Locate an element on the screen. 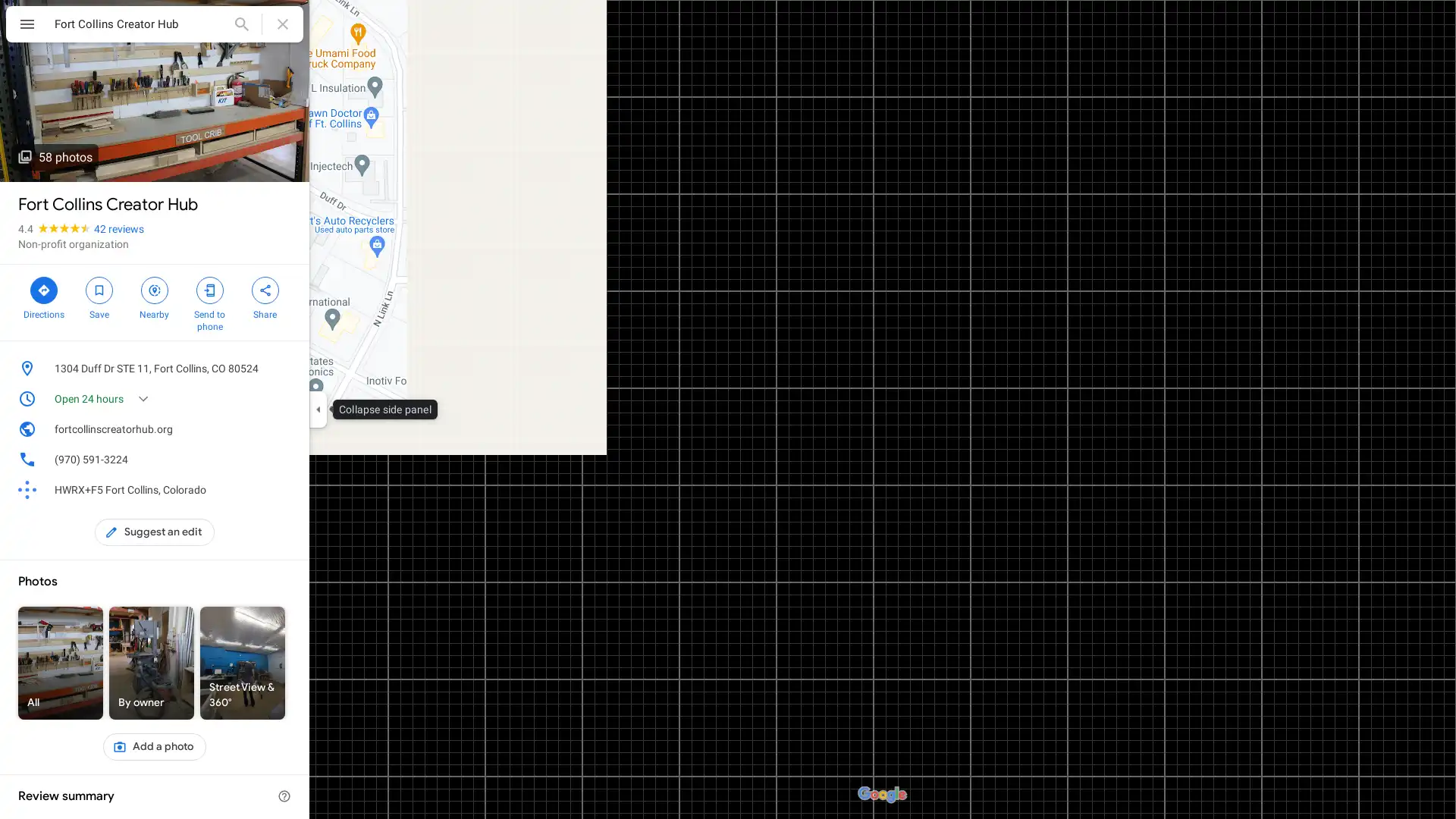 This screenshot has width=1456, height=819. By owner is located at coordinates (152, 662).